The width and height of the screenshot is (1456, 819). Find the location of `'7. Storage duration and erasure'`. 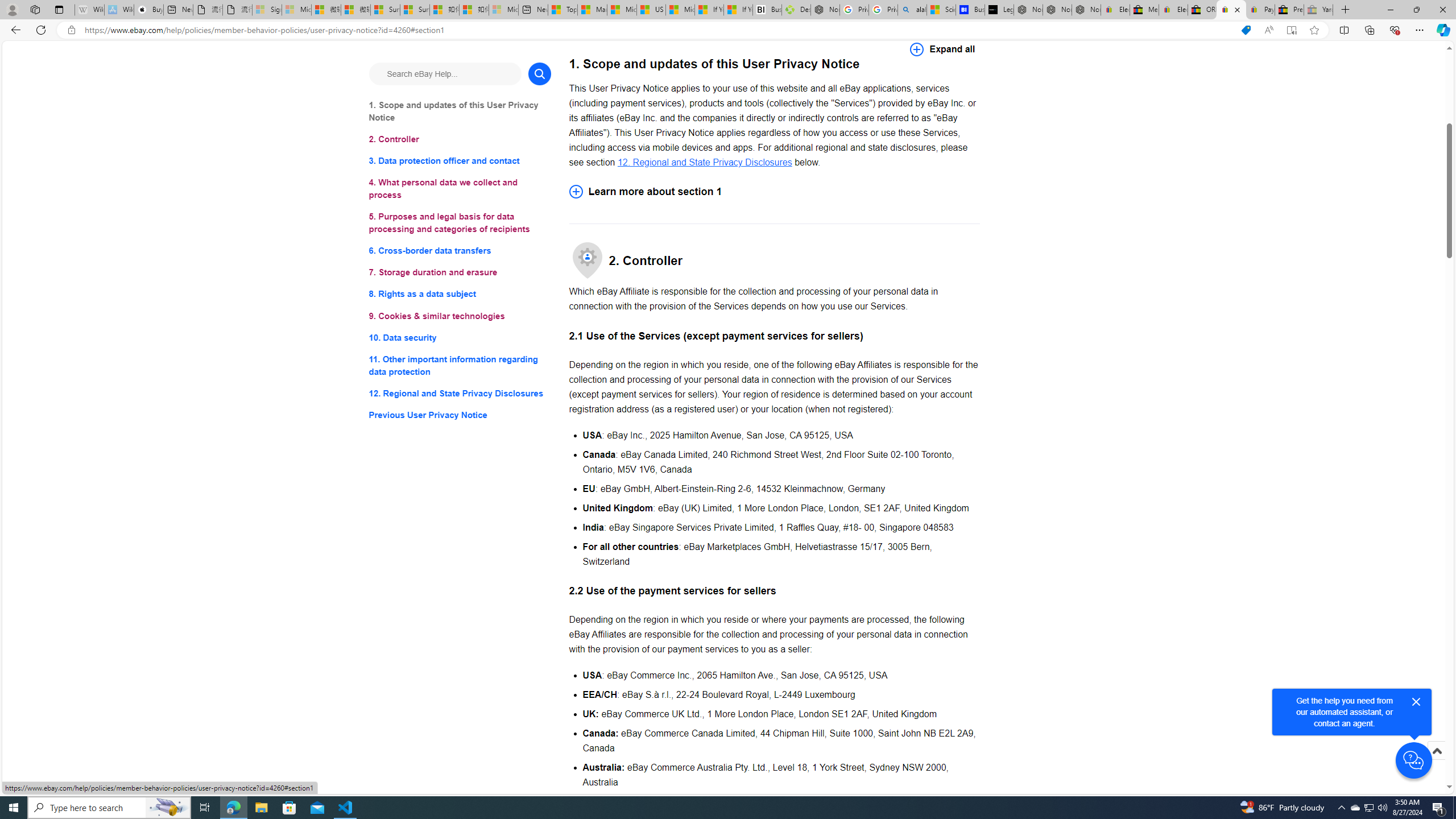

'7. Storage duration and erasure' is located at coordinates (459, 272).